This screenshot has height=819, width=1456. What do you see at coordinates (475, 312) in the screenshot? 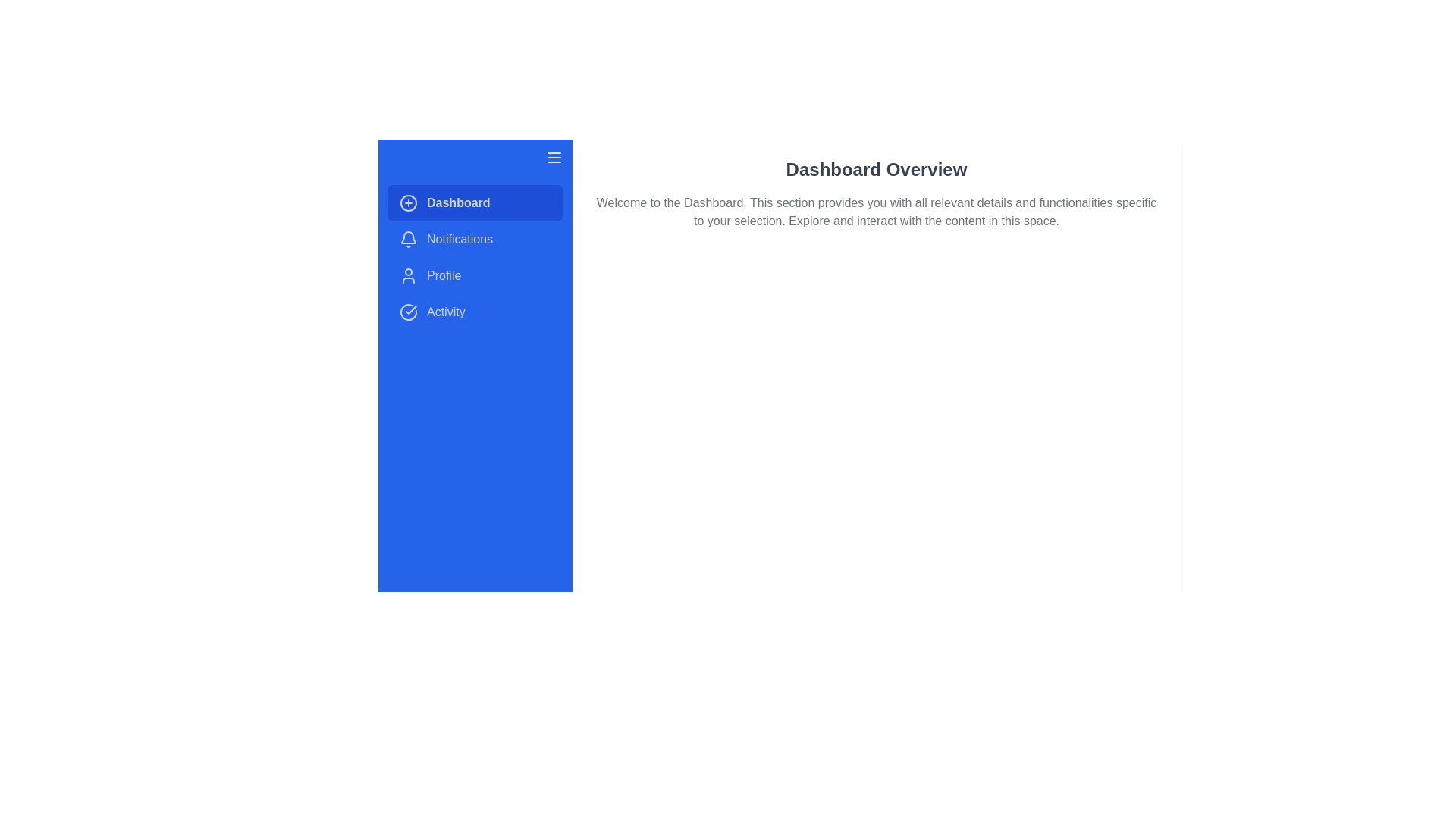
I see `the menu item Activity by clicking on it` at bounding box center [475, 312].